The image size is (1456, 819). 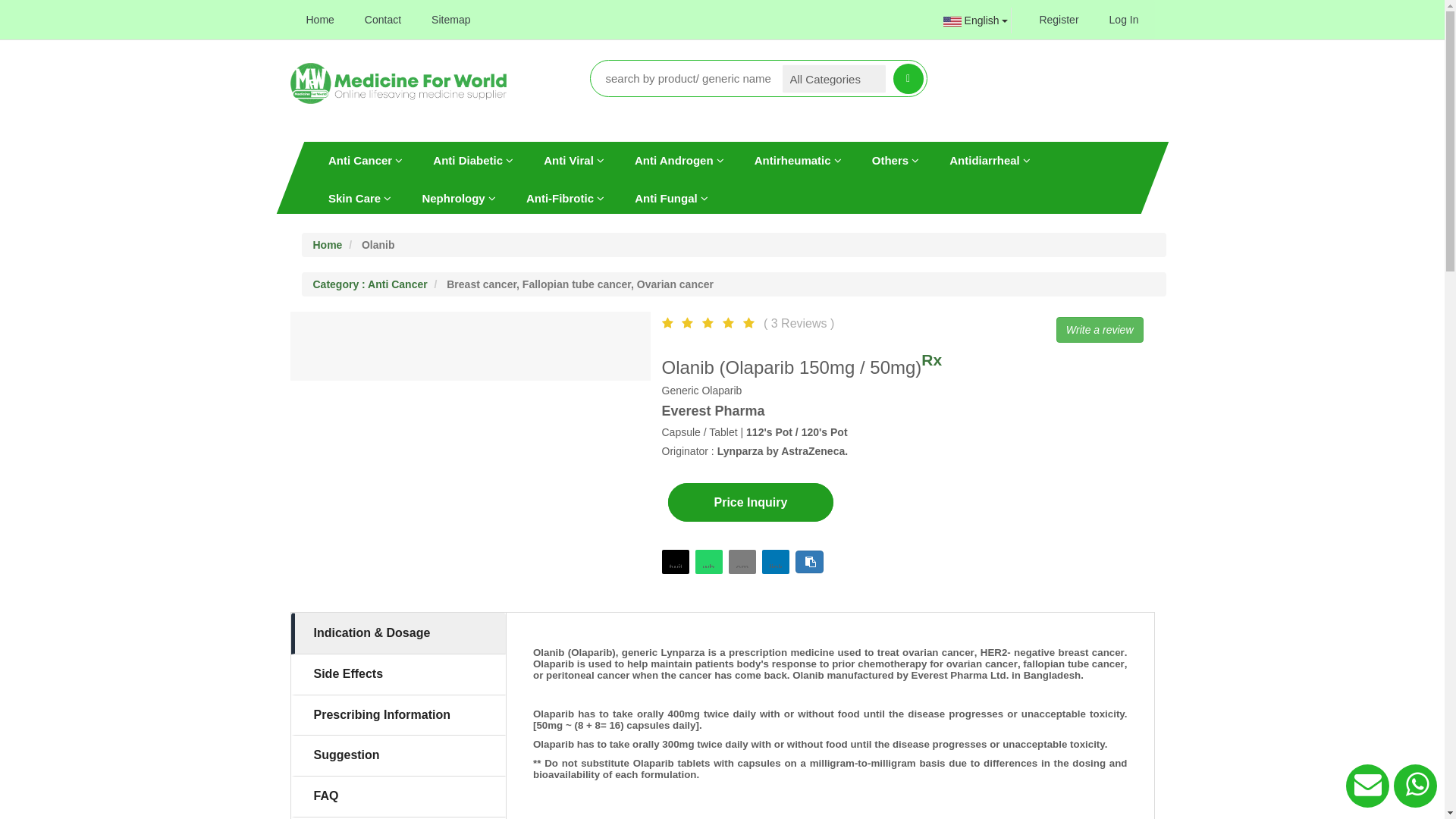 I want to click on 'Register', so click(x=1058, y=20).